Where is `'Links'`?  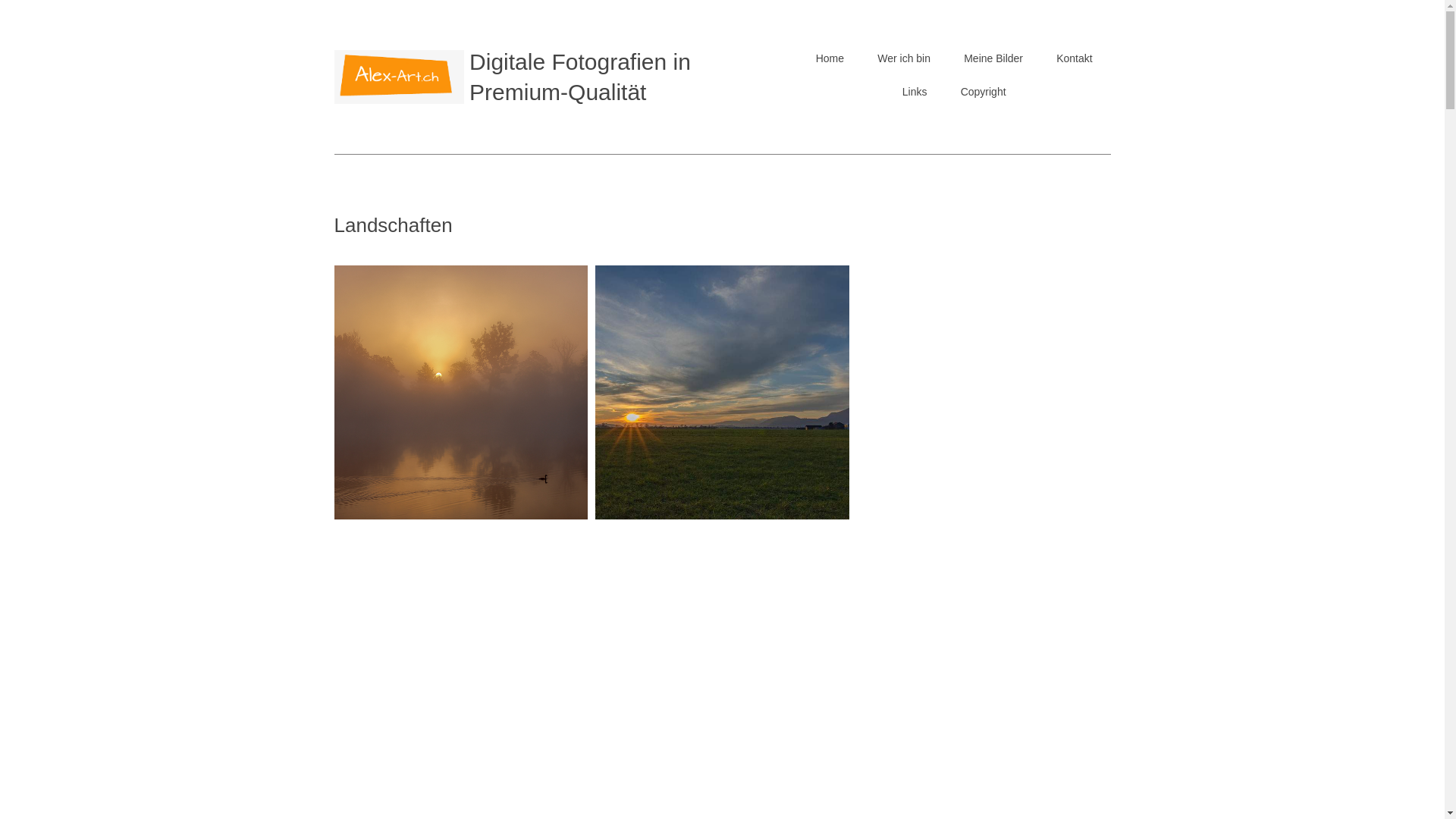
'Links' is located at coordinates (914, 91).